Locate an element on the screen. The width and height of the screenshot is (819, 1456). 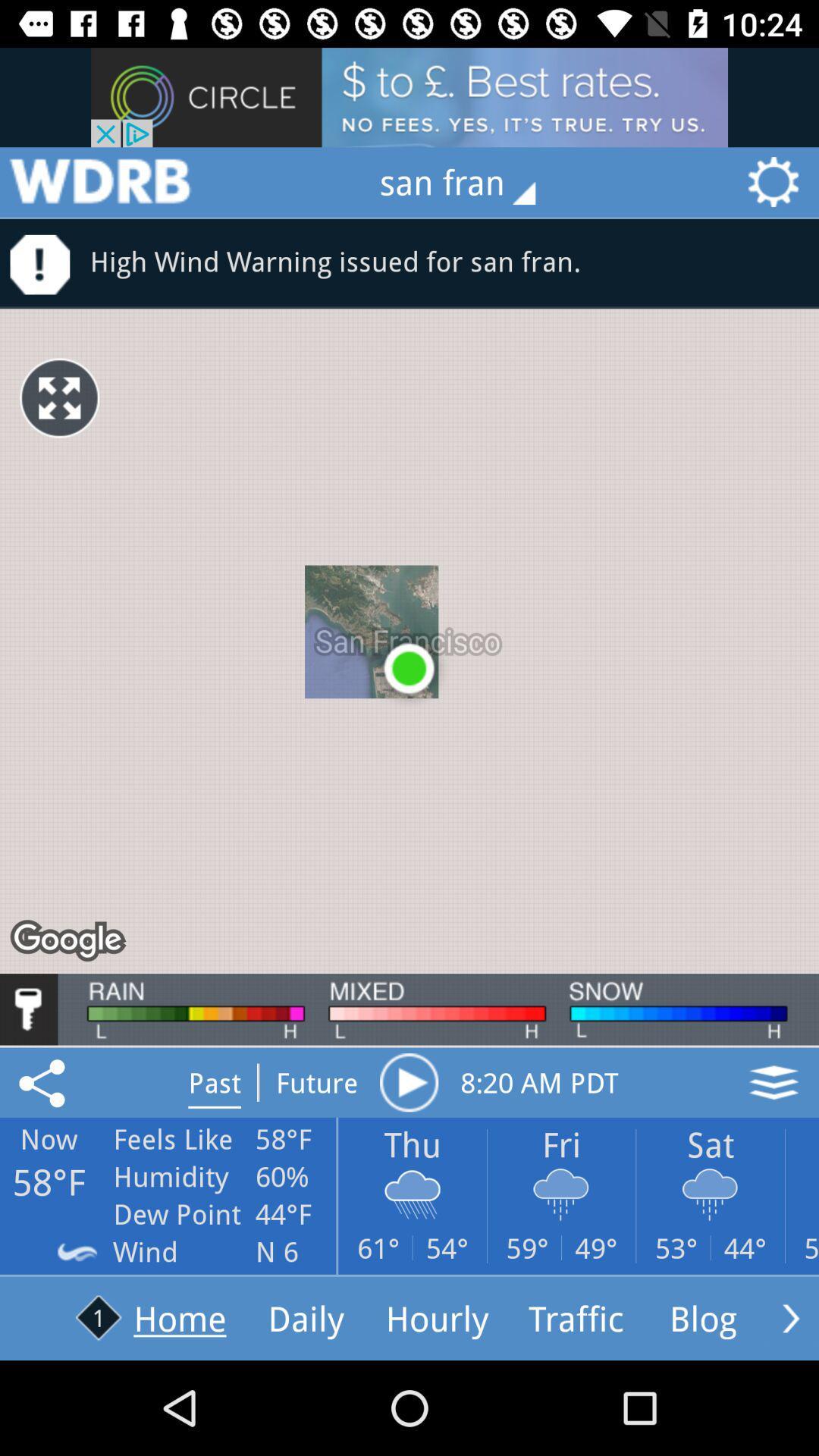
see advertisement is located at coordinates (409, 96).